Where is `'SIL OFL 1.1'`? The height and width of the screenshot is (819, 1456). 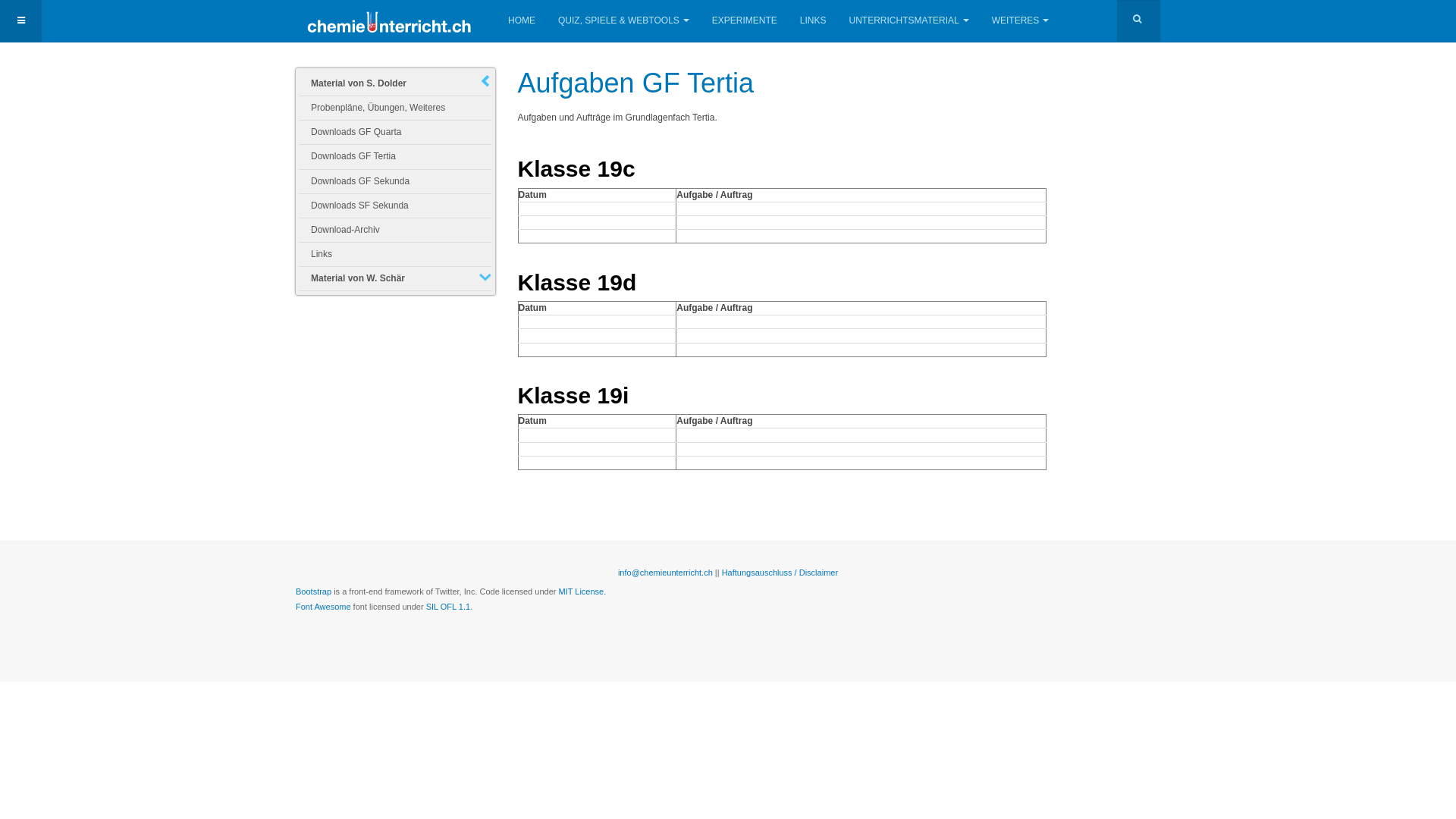
'SIL OFL 1.1' is located at coordinates (447, 605).